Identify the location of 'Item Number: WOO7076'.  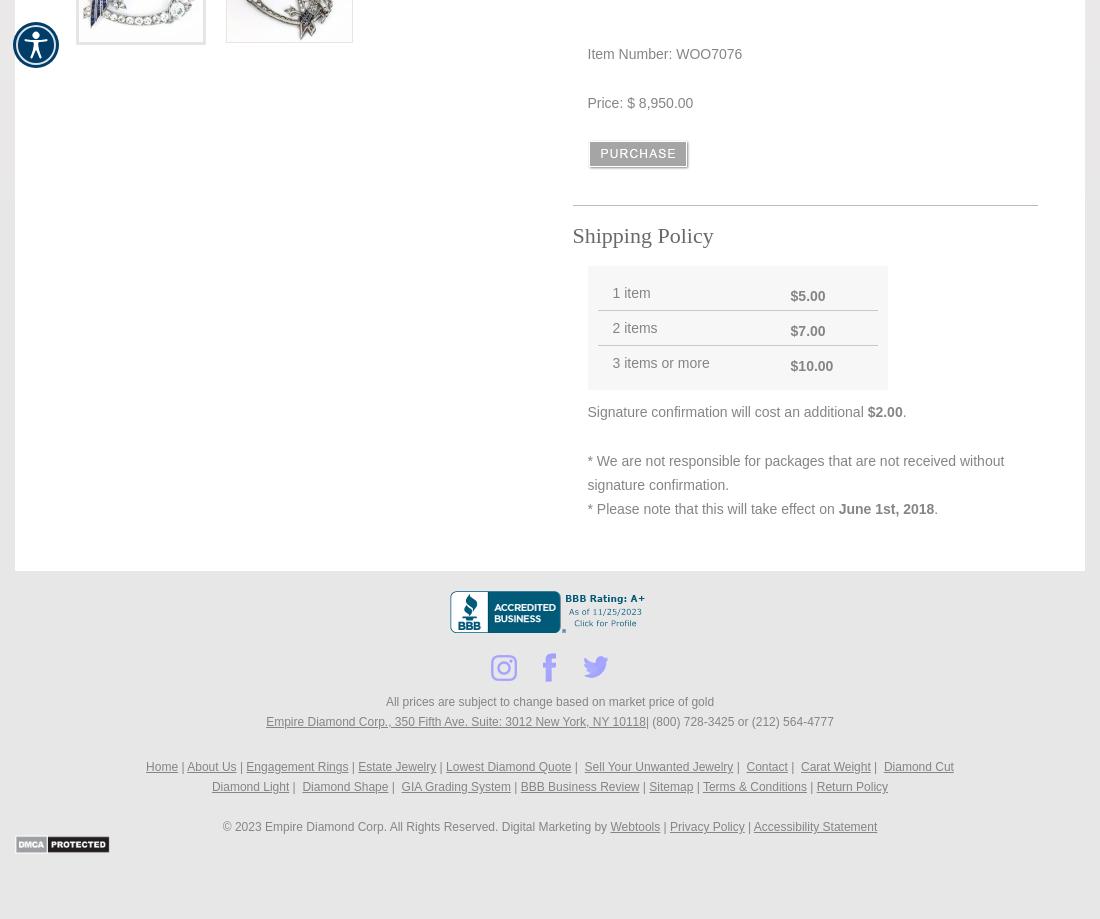
(664, 54).